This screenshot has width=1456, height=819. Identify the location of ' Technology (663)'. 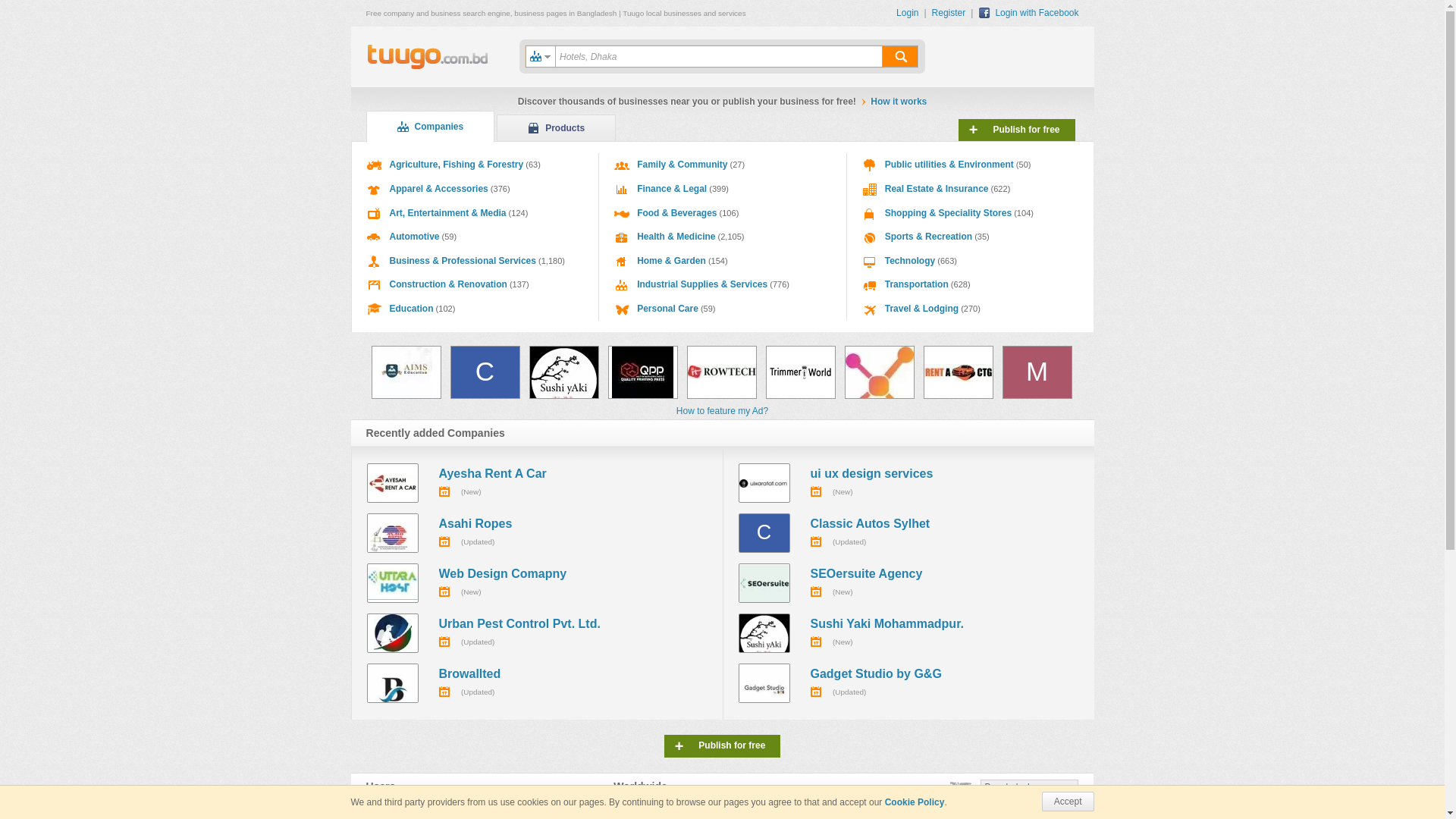
(971, 260).